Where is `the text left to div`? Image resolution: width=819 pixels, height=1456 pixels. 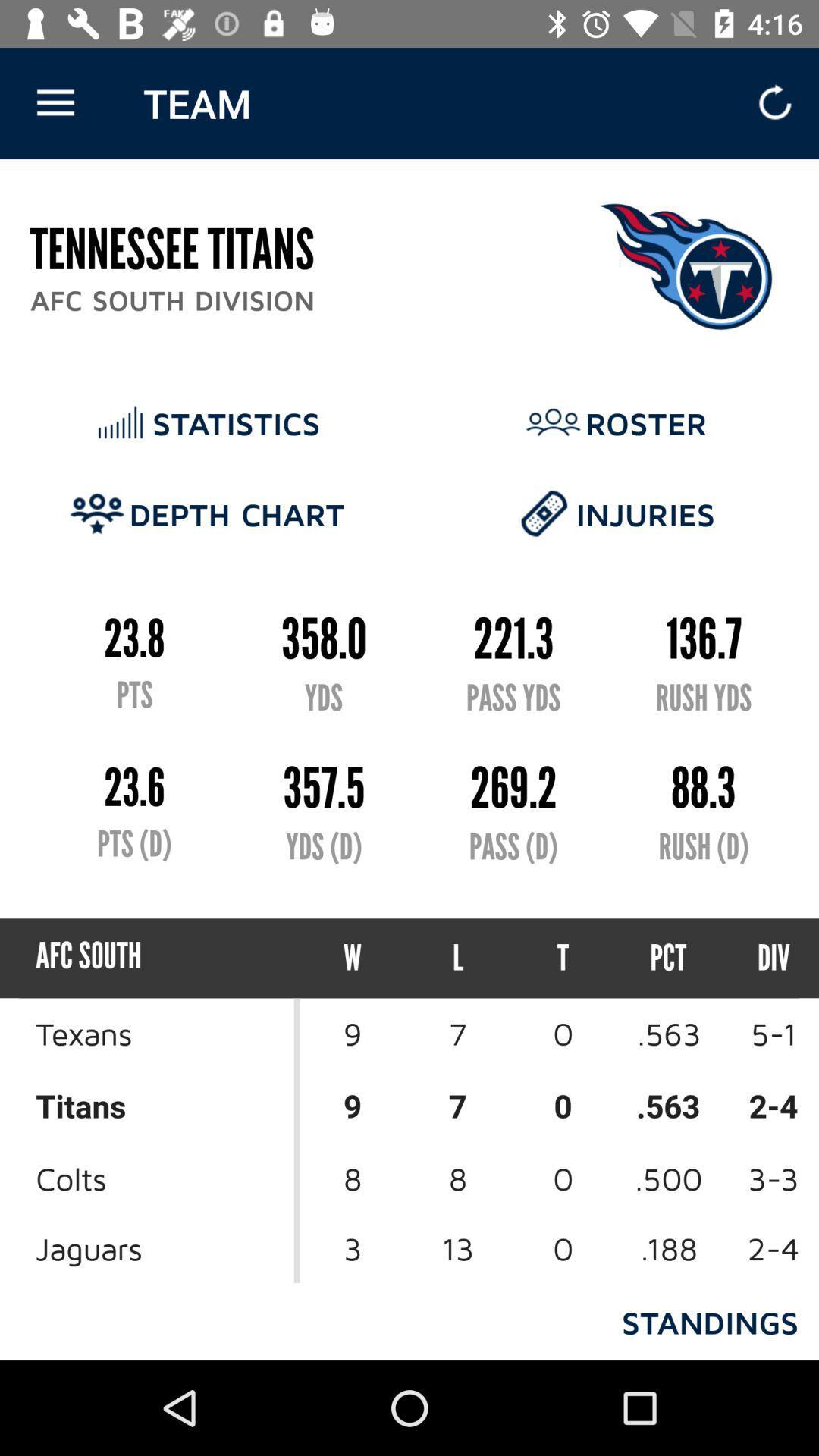 the text left to div is located at coordinates (667, 957).